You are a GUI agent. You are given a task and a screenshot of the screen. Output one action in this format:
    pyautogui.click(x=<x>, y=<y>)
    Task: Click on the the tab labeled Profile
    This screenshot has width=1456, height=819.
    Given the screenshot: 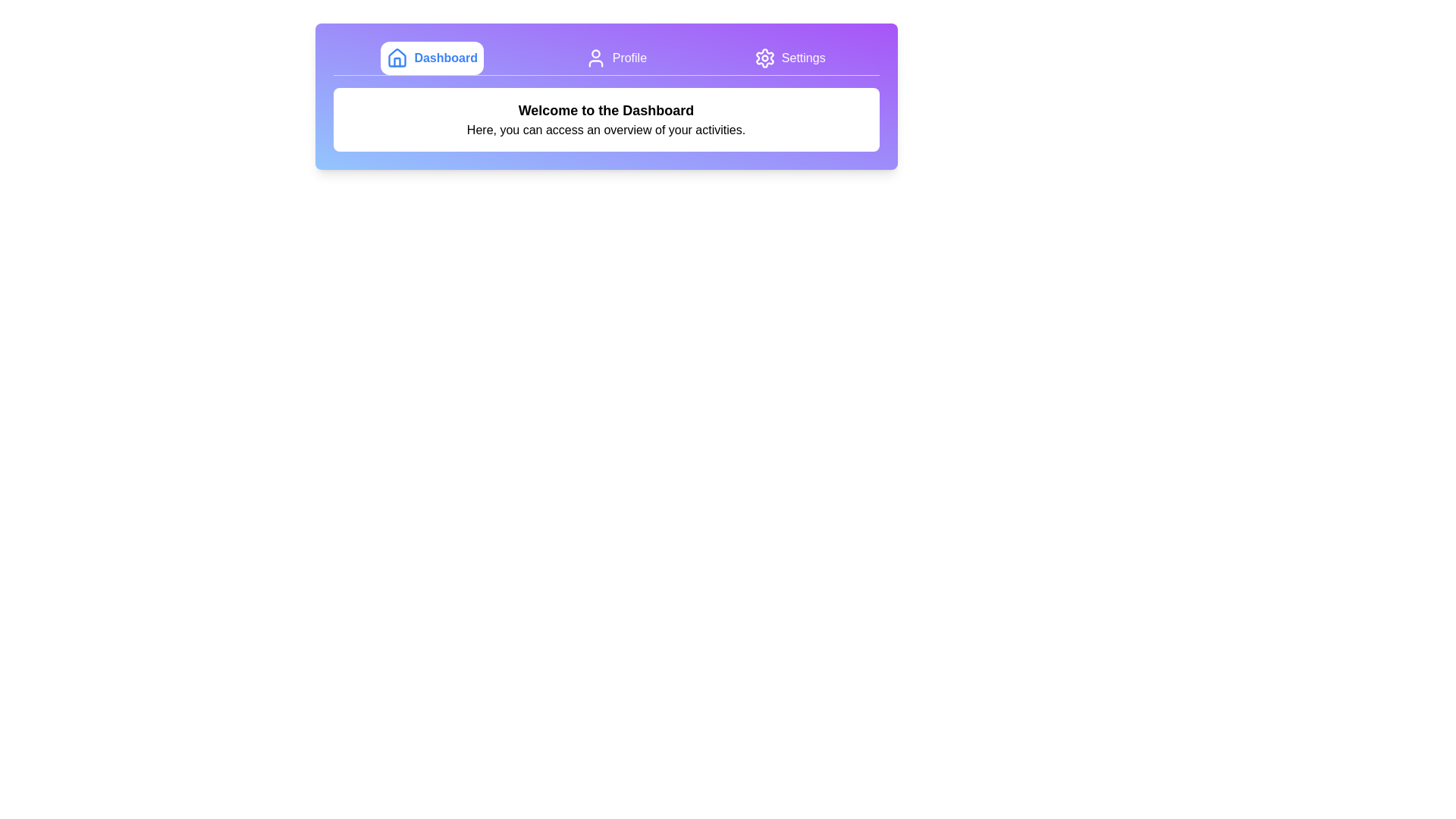 What is the action you would take?
    pyautogui.click(x=616, y=58)
    